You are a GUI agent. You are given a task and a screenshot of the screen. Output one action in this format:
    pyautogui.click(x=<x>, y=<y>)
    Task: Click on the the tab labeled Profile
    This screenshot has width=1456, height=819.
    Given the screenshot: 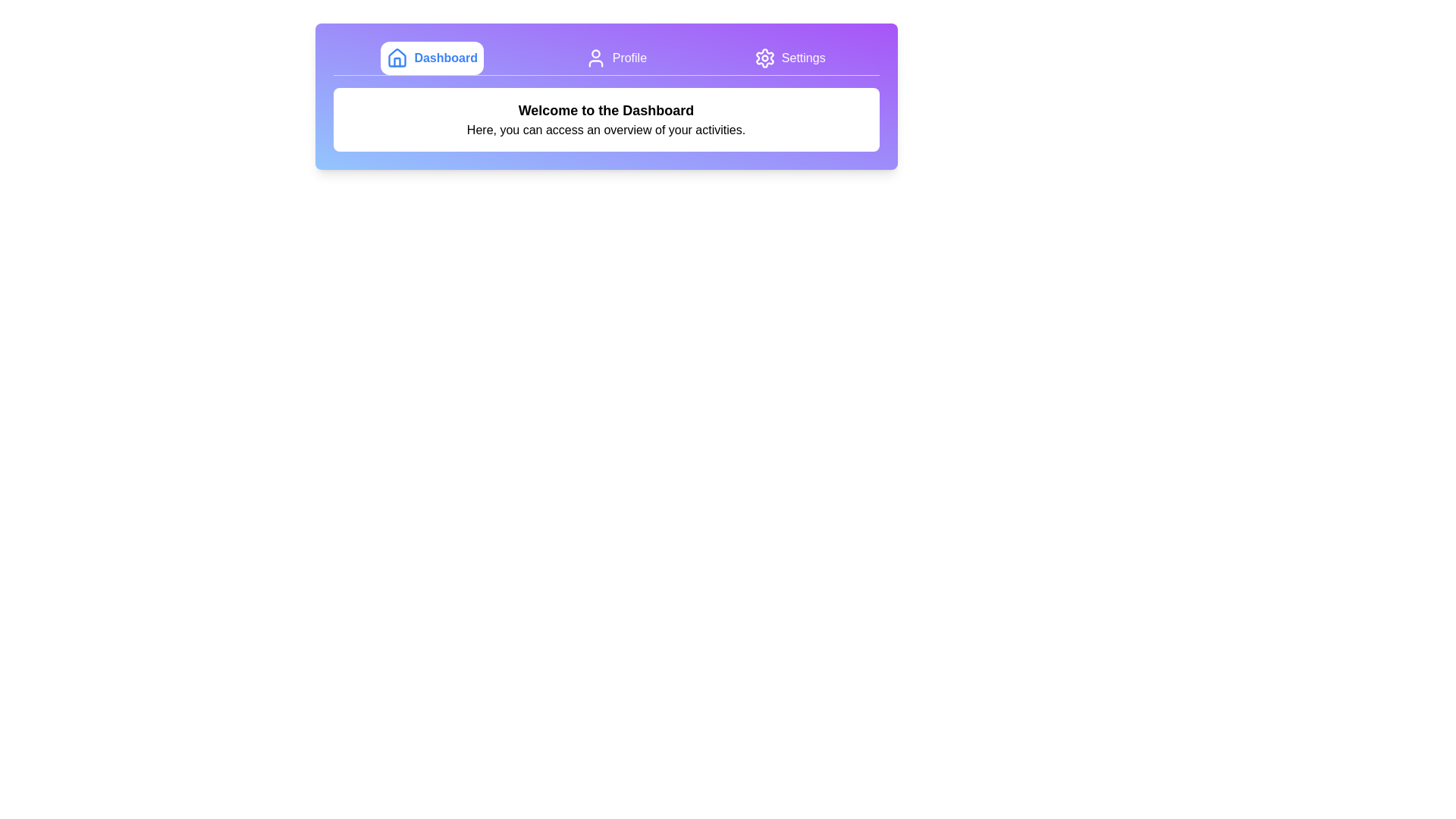 What is the action you would take?
    pyautogui.click(x=616, y=58)
    